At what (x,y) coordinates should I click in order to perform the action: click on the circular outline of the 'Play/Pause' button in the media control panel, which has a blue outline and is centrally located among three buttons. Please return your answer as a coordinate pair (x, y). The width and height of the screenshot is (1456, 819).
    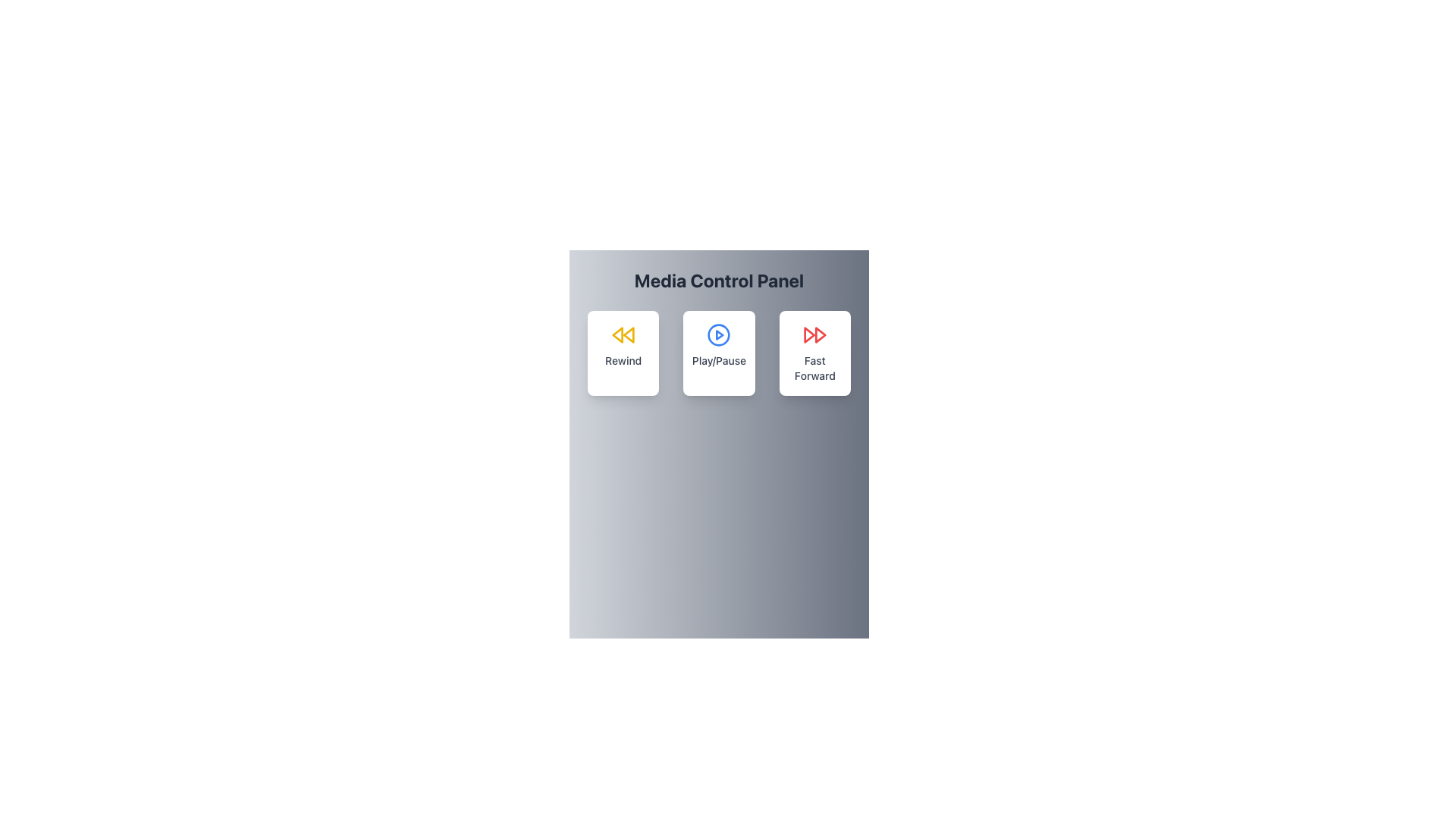
    Looking at the image, I should click on (718, 334).